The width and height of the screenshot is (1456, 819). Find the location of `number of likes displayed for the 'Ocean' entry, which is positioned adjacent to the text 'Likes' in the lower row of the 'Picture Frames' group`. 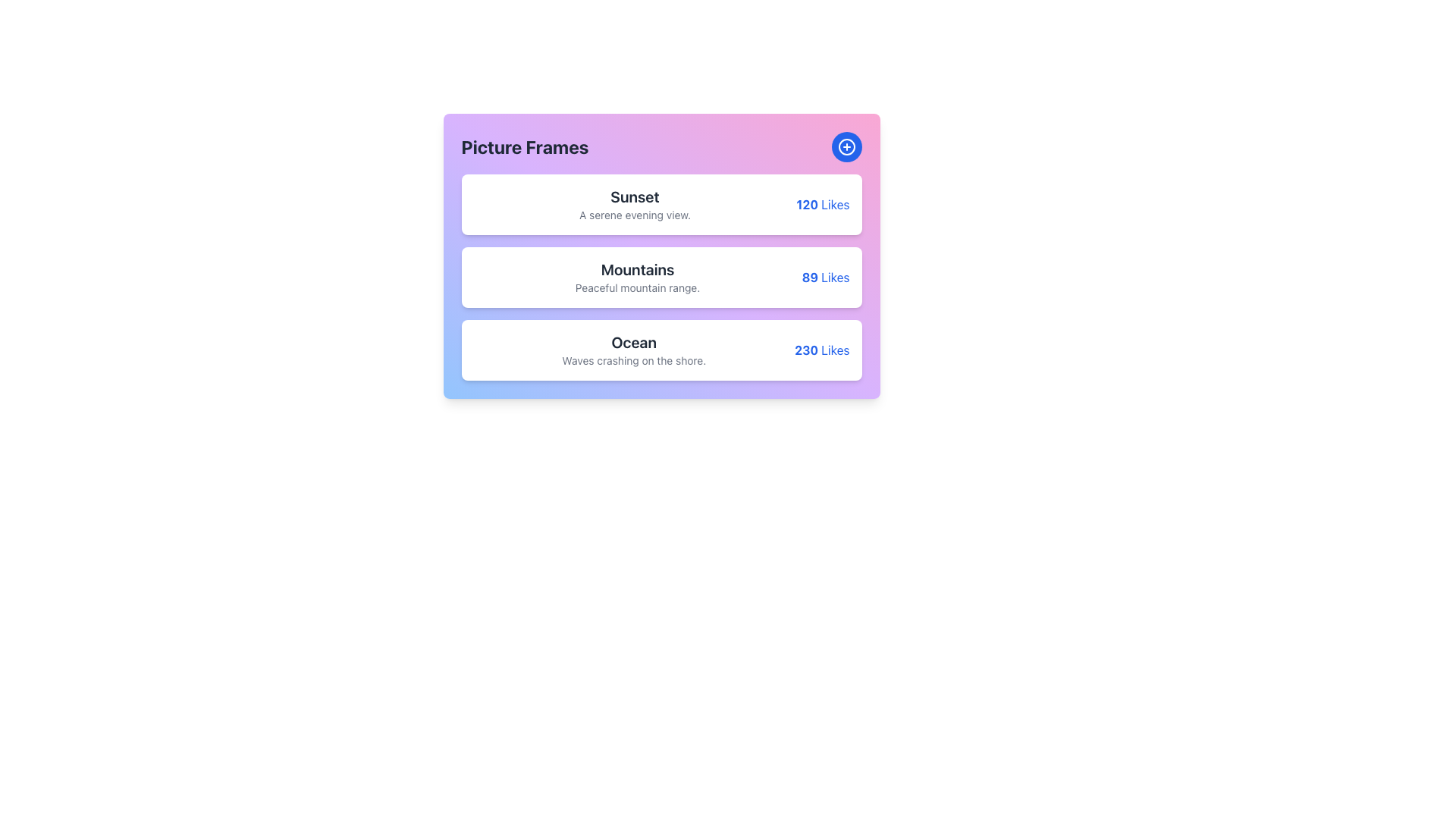

number of likes displayed for the 'Ocean' entry, which is positioned adjacent to the text 'Likes' in the lower row of the 'Picture Frames' group is located at coordinates (805, 350).